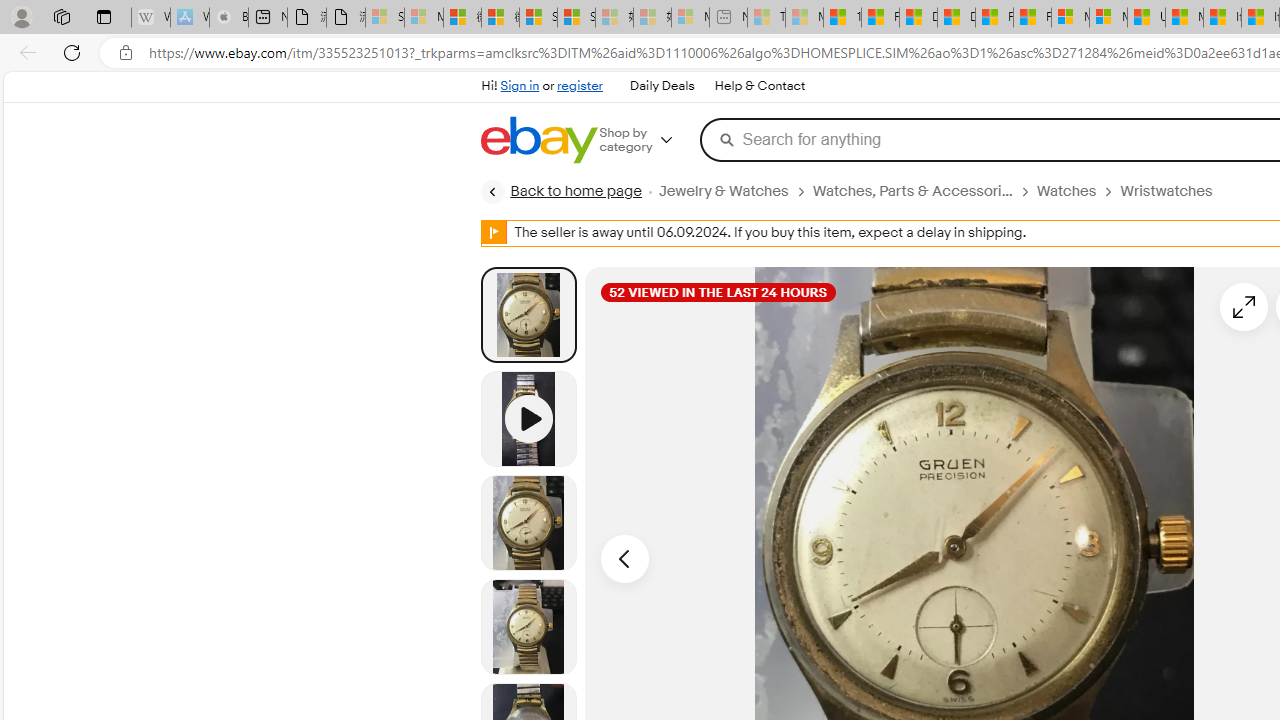  I want to click on 'Picture 1 of 13', so click(528, 314).